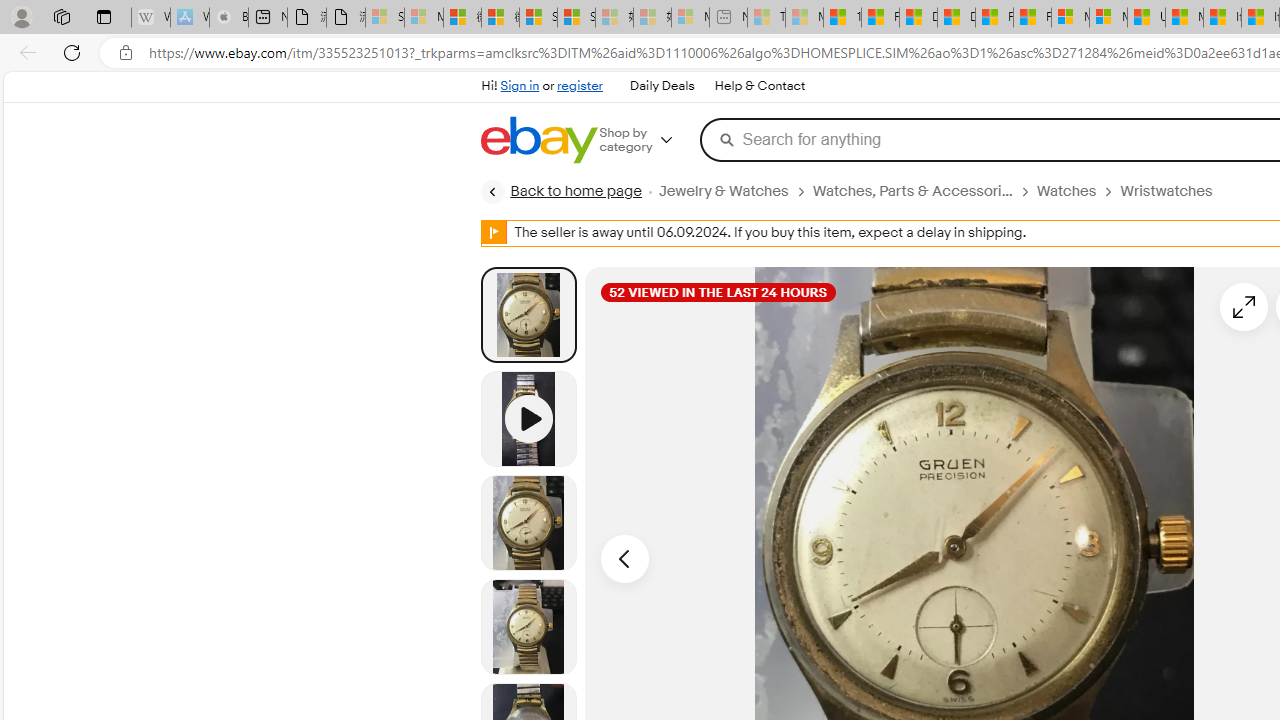  I want to click on 'Picture 1 of 13', so click(528, 314).